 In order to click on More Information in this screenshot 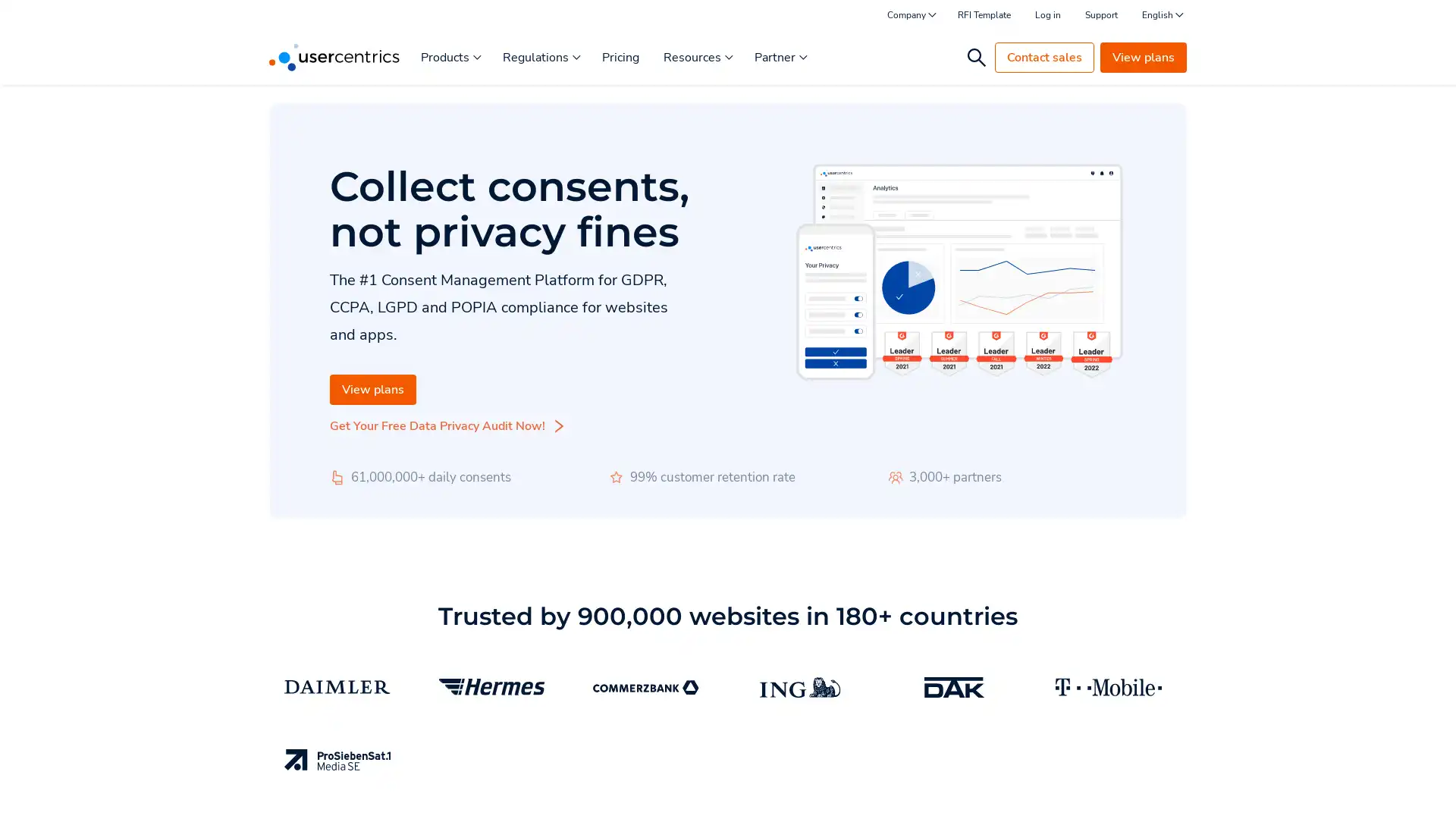, I will do `click(192, 773)`.